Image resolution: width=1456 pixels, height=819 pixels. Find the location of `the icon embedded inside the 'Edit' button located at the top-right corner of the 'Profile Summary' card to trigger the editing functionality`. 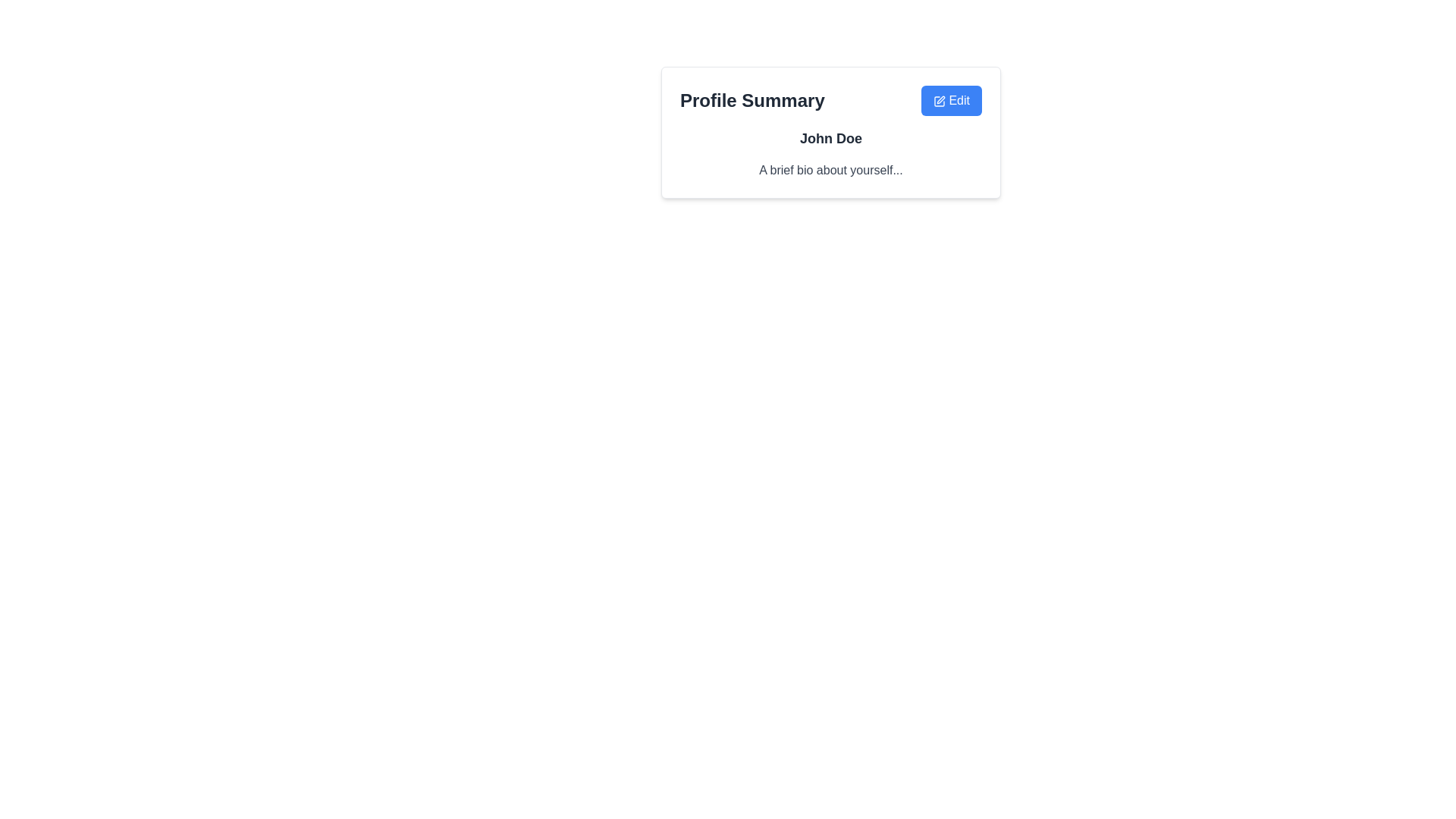

the icon embedded inside the 'Edit' button located at the top-right corner of the 'Profile Summary' card to trigger the editing functionality is located at coordinates (938, 101).